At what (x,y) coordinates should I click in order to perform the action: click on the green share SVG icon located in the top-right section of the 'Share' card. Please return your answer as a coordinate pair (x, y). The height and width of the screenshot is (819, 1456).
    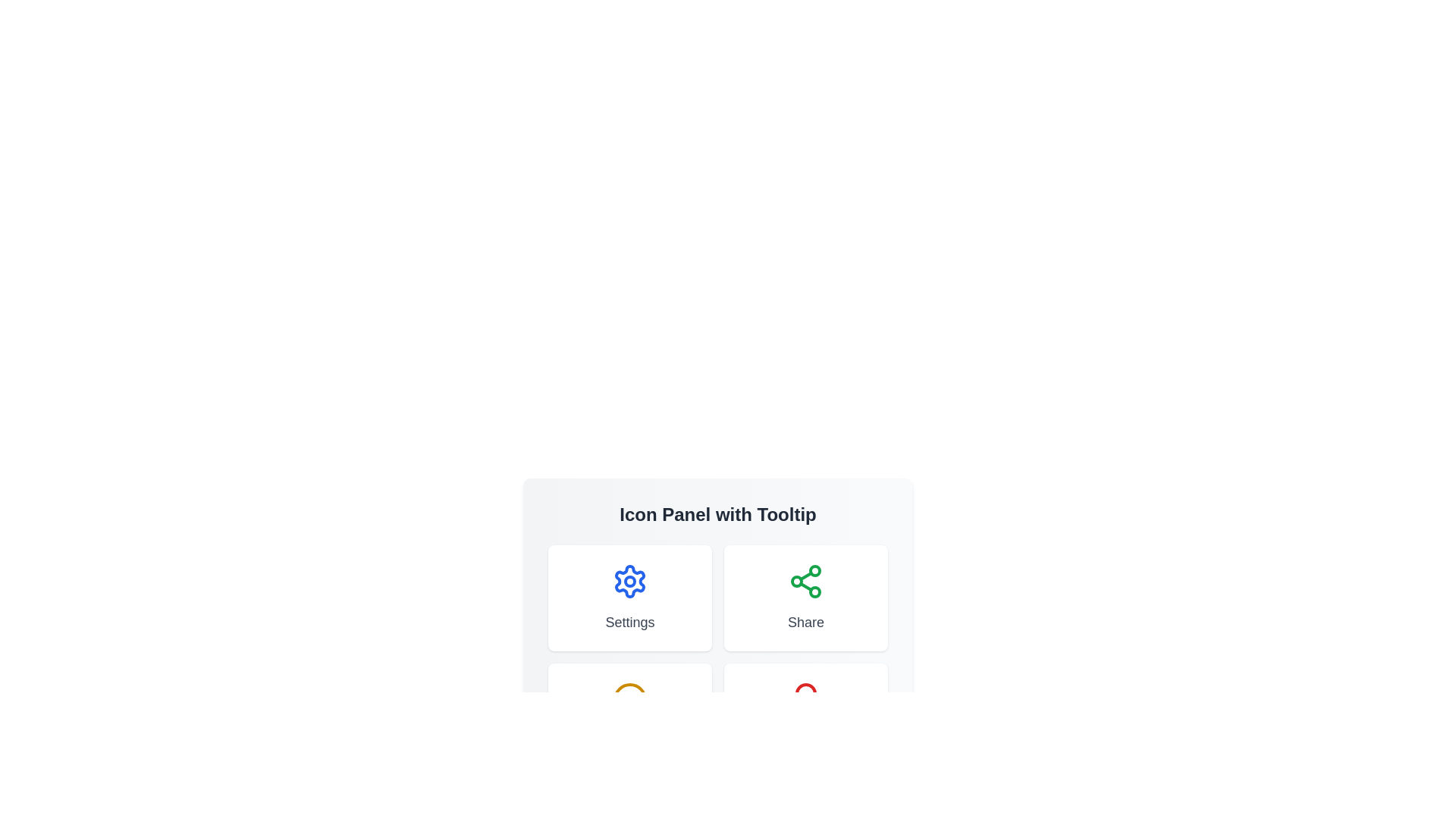
    Looking at the image, I should click on (805, 581).